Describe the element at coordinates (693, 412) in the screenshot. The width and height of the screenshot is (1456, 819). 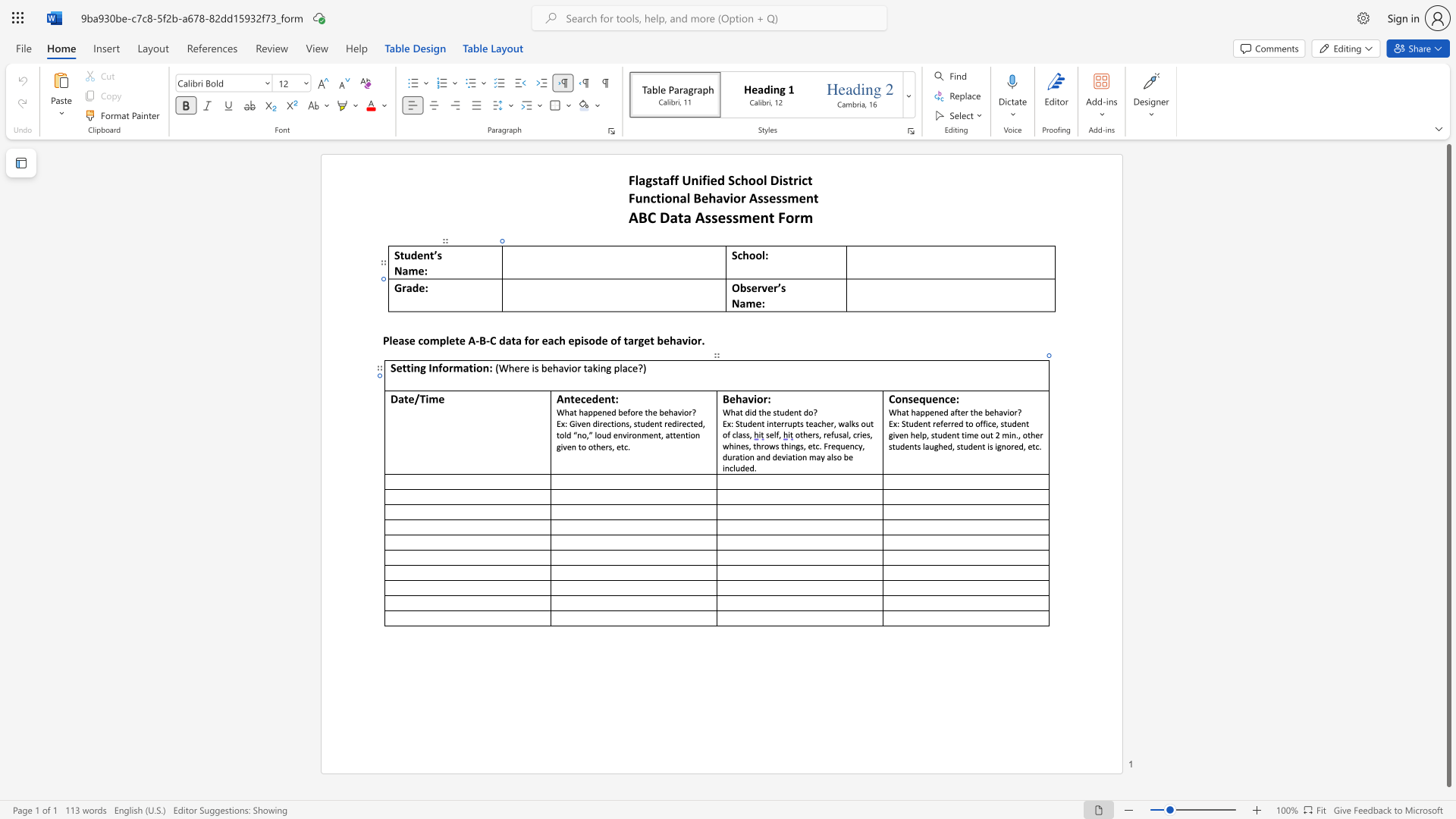
I see `the 1th character "?" in the text` at that location.